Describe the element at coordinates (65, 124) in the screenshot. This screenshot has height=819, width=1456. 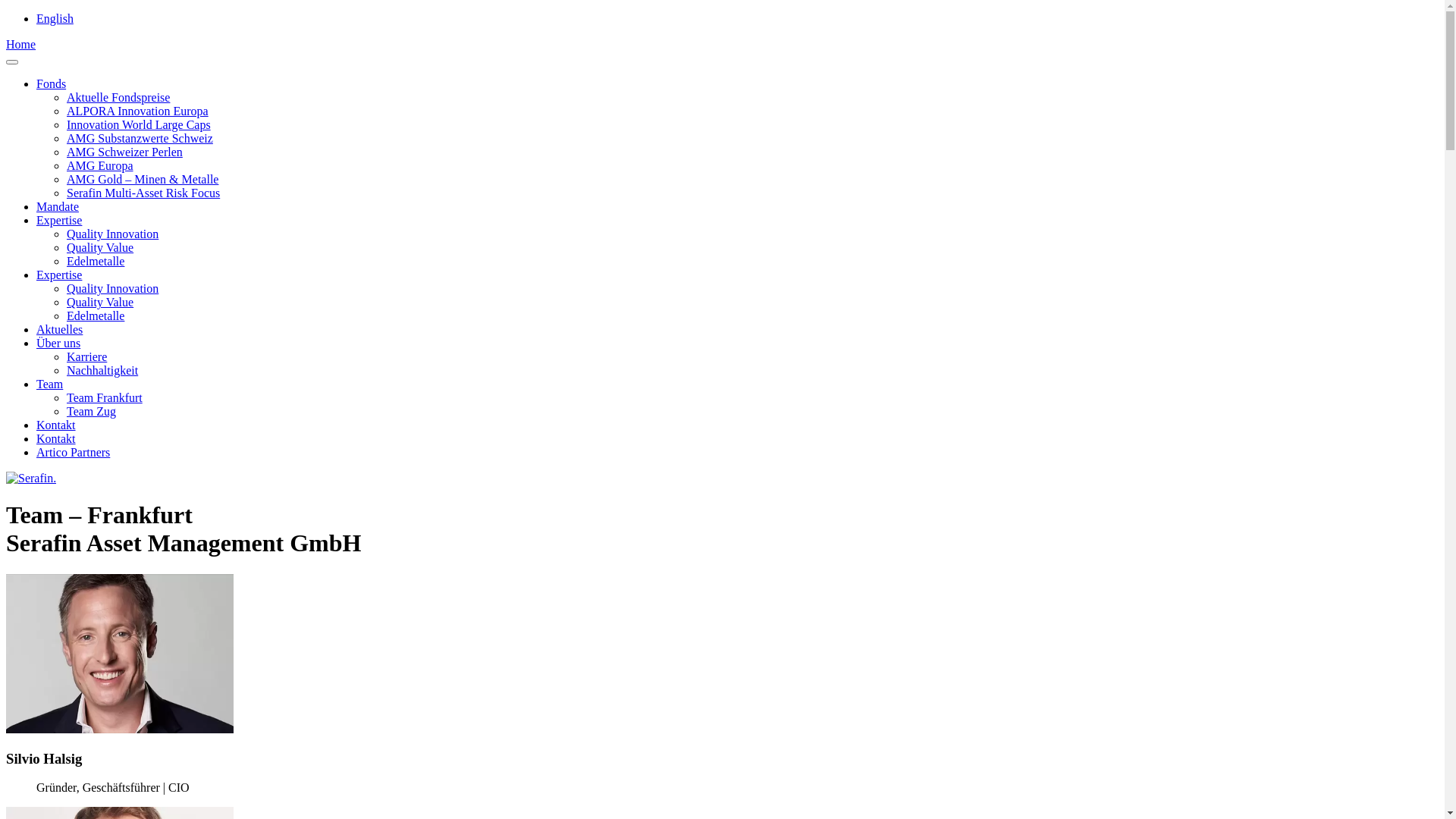
I see `'Innovation World Large Caps'` at that location.